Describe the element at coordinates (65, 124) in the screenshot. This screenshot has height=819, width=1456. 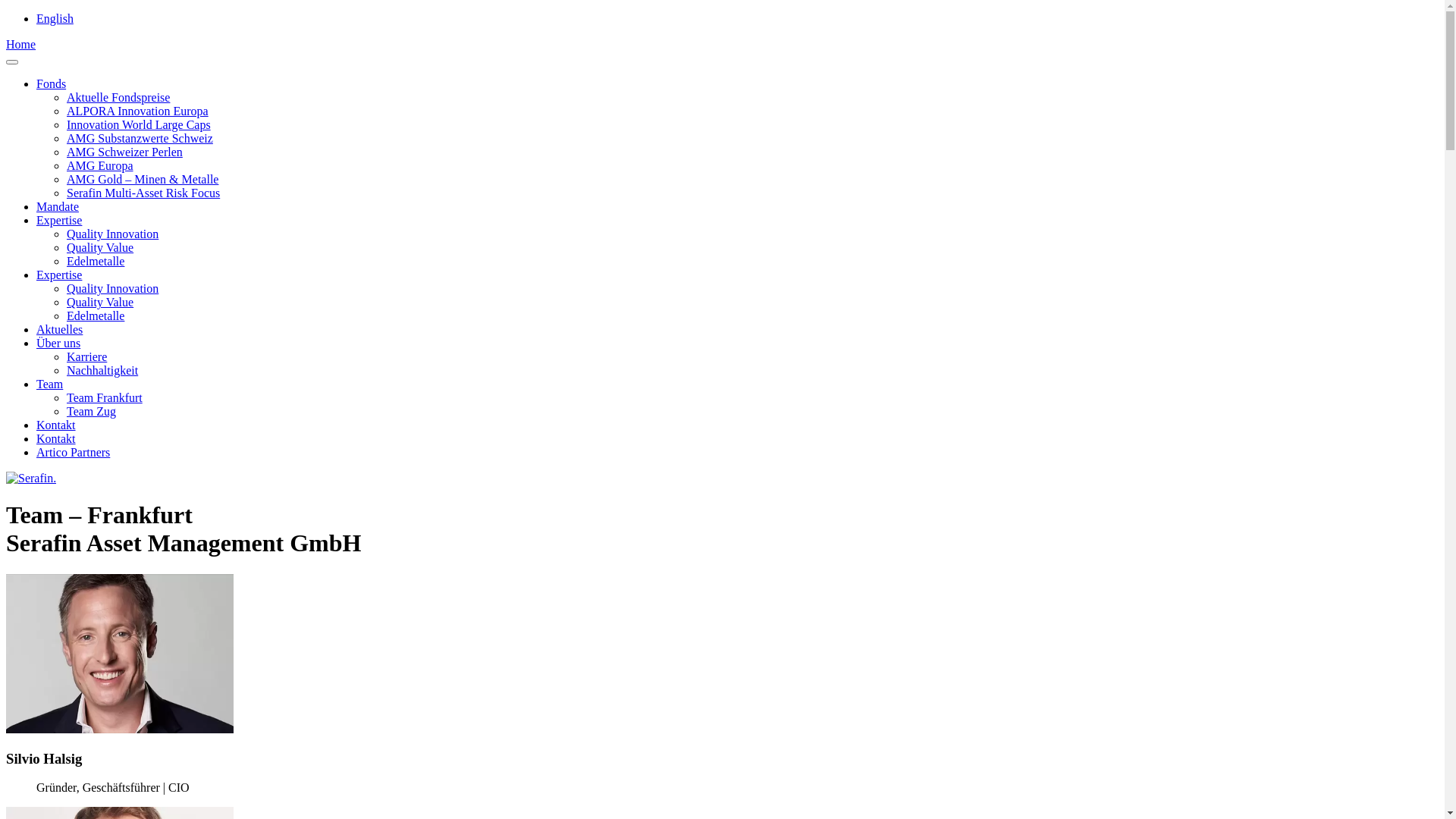
I see `'Innovation World Large Caps'` at that location.